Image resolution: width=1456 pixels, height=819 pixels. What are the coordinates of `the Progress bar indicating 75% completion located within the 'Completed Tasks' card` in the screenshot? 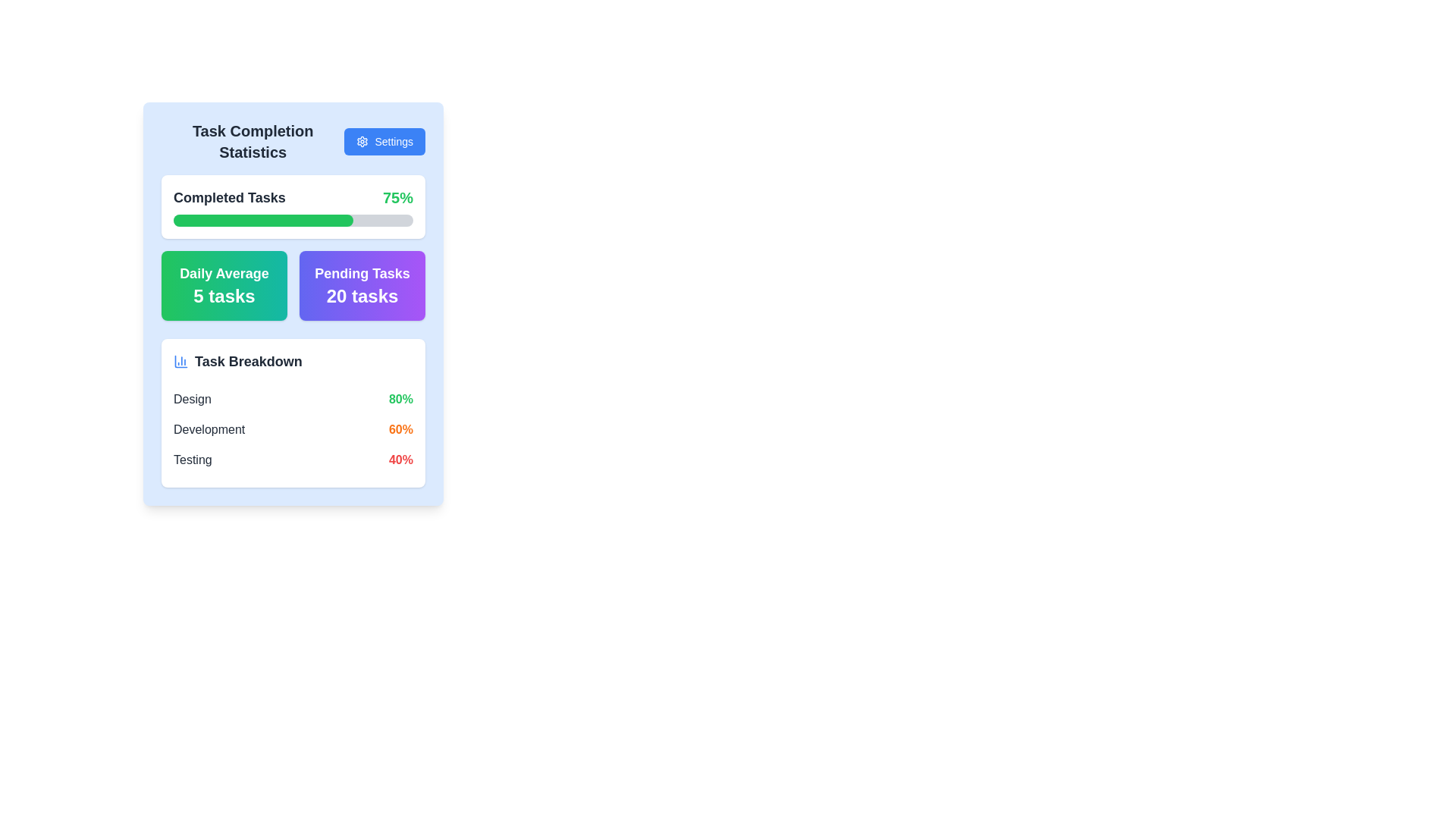 It's located at (293, 220).